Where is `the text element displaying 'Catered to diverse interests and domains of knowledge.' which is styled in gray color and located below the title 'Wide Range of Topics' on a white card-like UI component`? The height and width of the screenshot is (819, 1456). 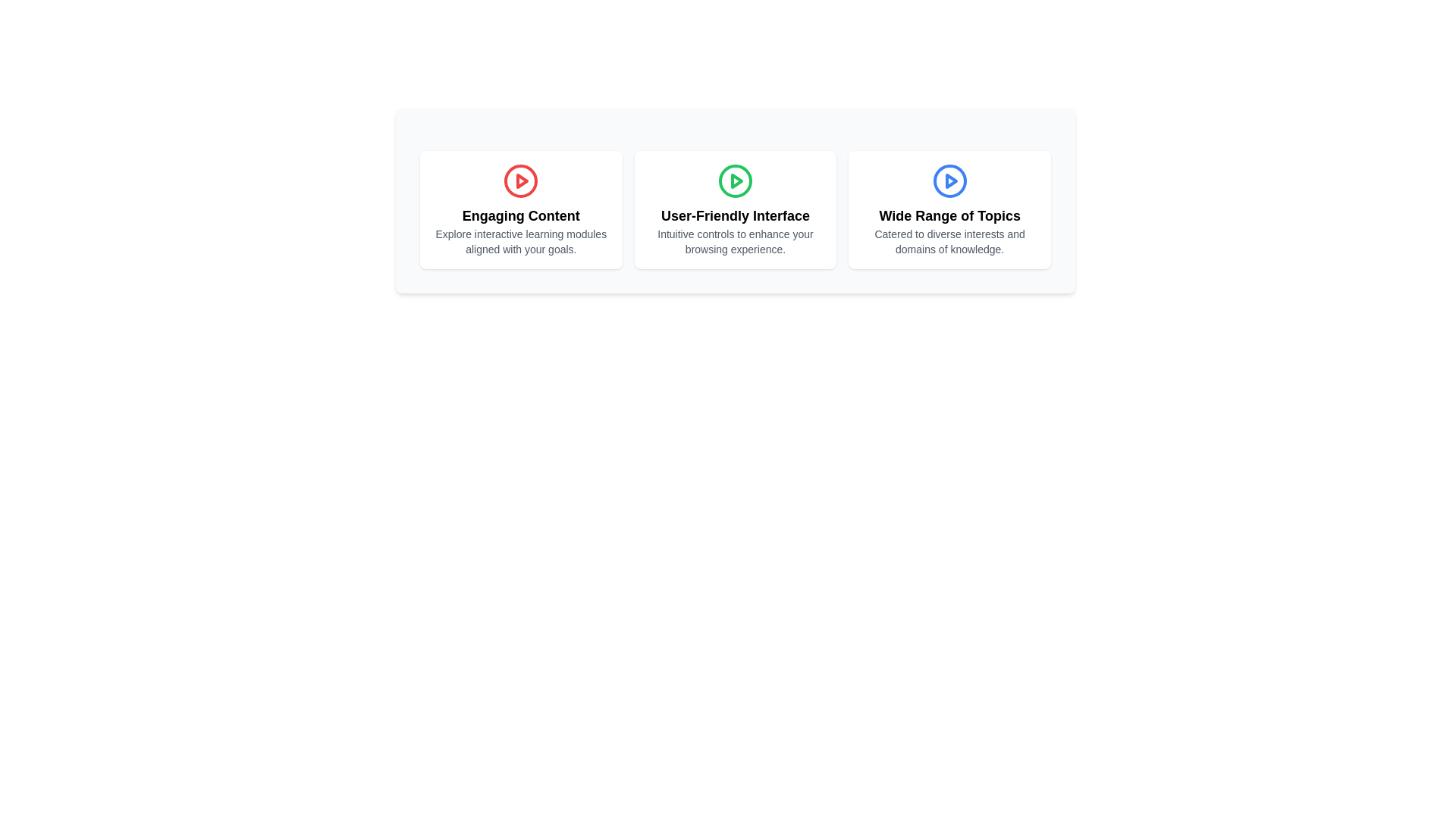
the text element displaying 'Catered to diverse interests and domains of knowledge.' which is styled in gray color and located below the title 'Wide Range of Topics' on a white card-like UI component is located at coordinates (949, 241).